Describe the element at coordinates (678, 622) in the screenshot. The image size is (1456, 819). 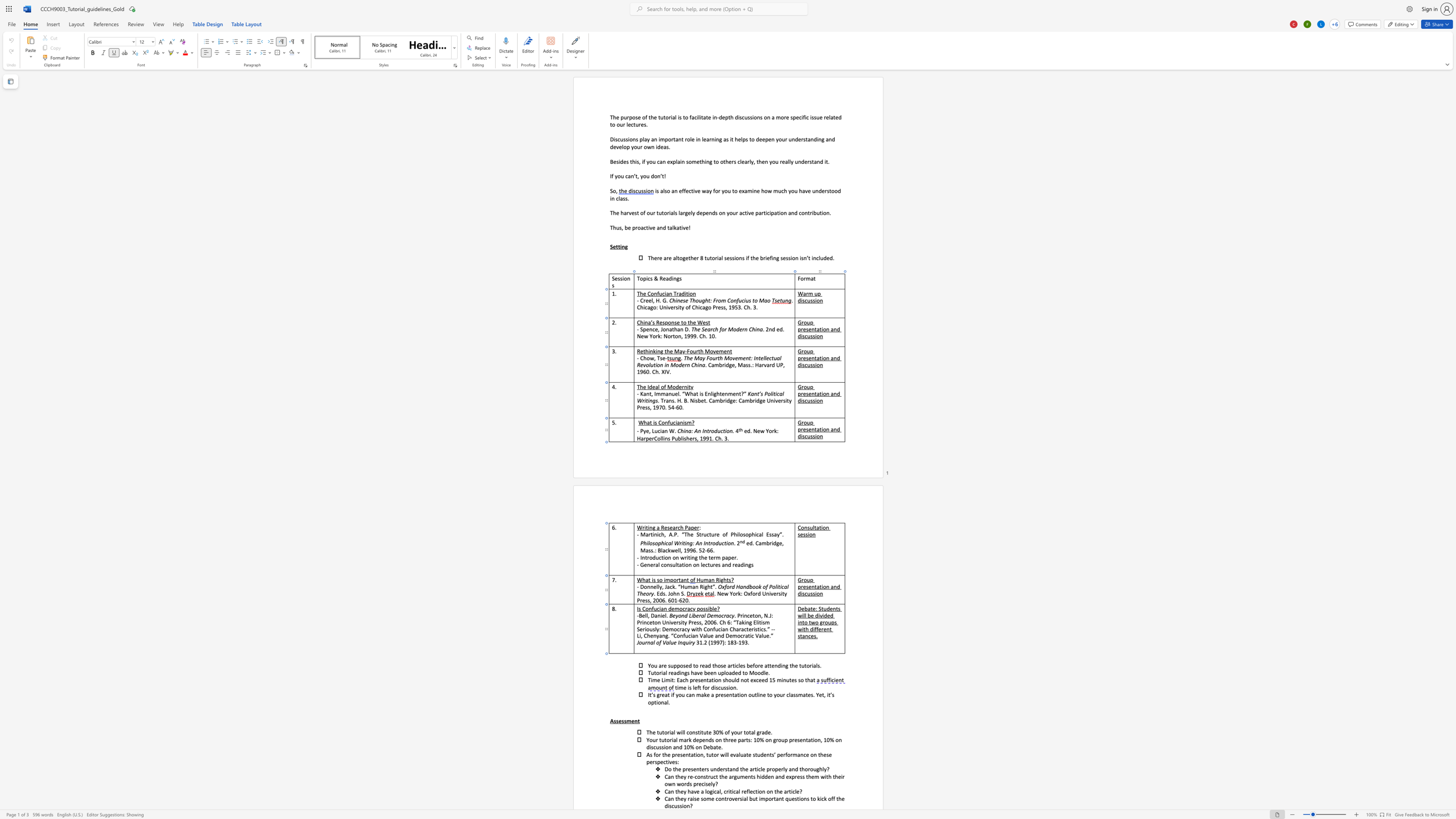
I see `the space between the continuous character "r" and "s" in the text` at that location.